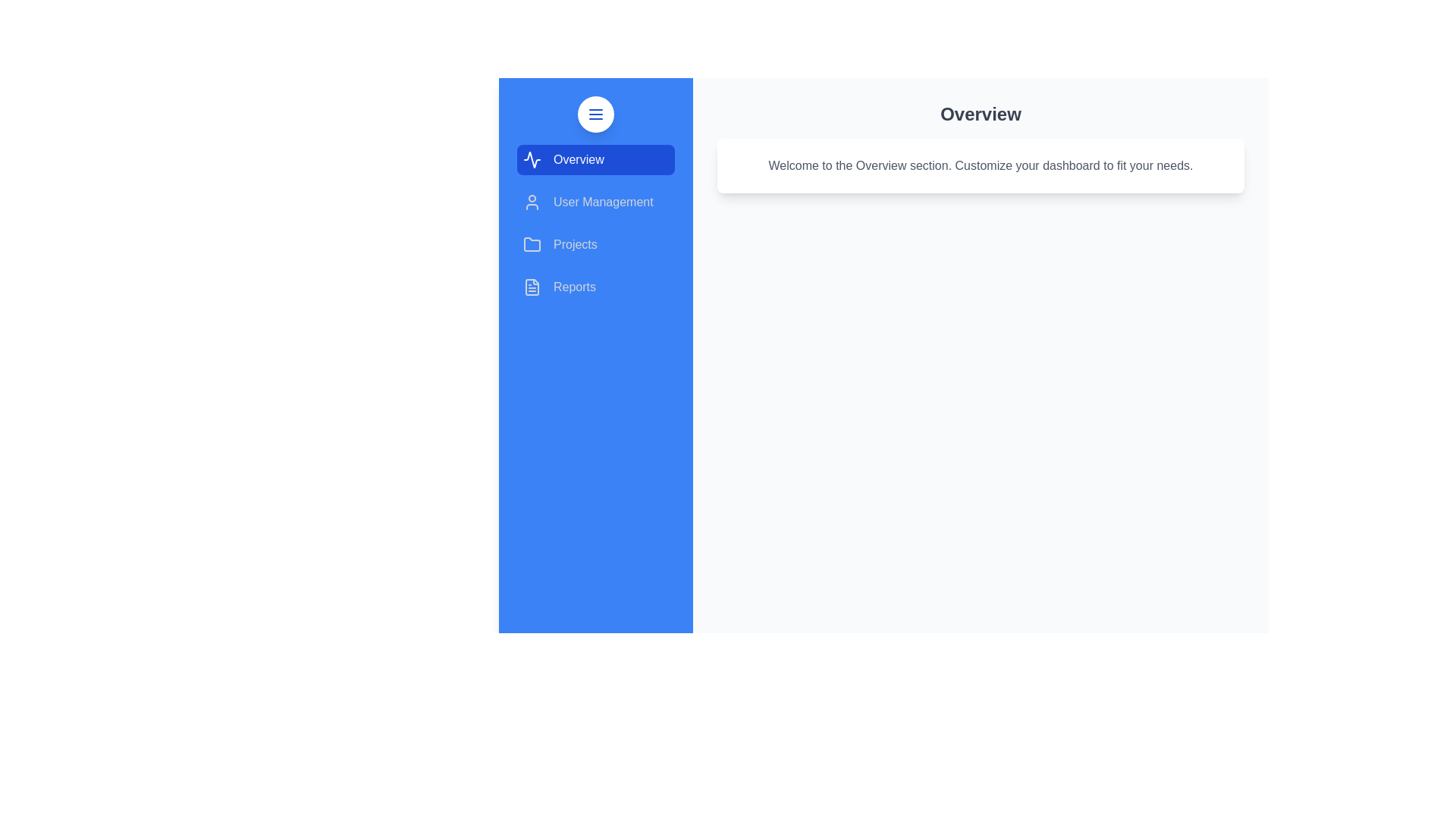  What do you see at coordinates (595, 160) in the screenshot?
I see `the sidebar section Overview` at bounding box center [595, 160].